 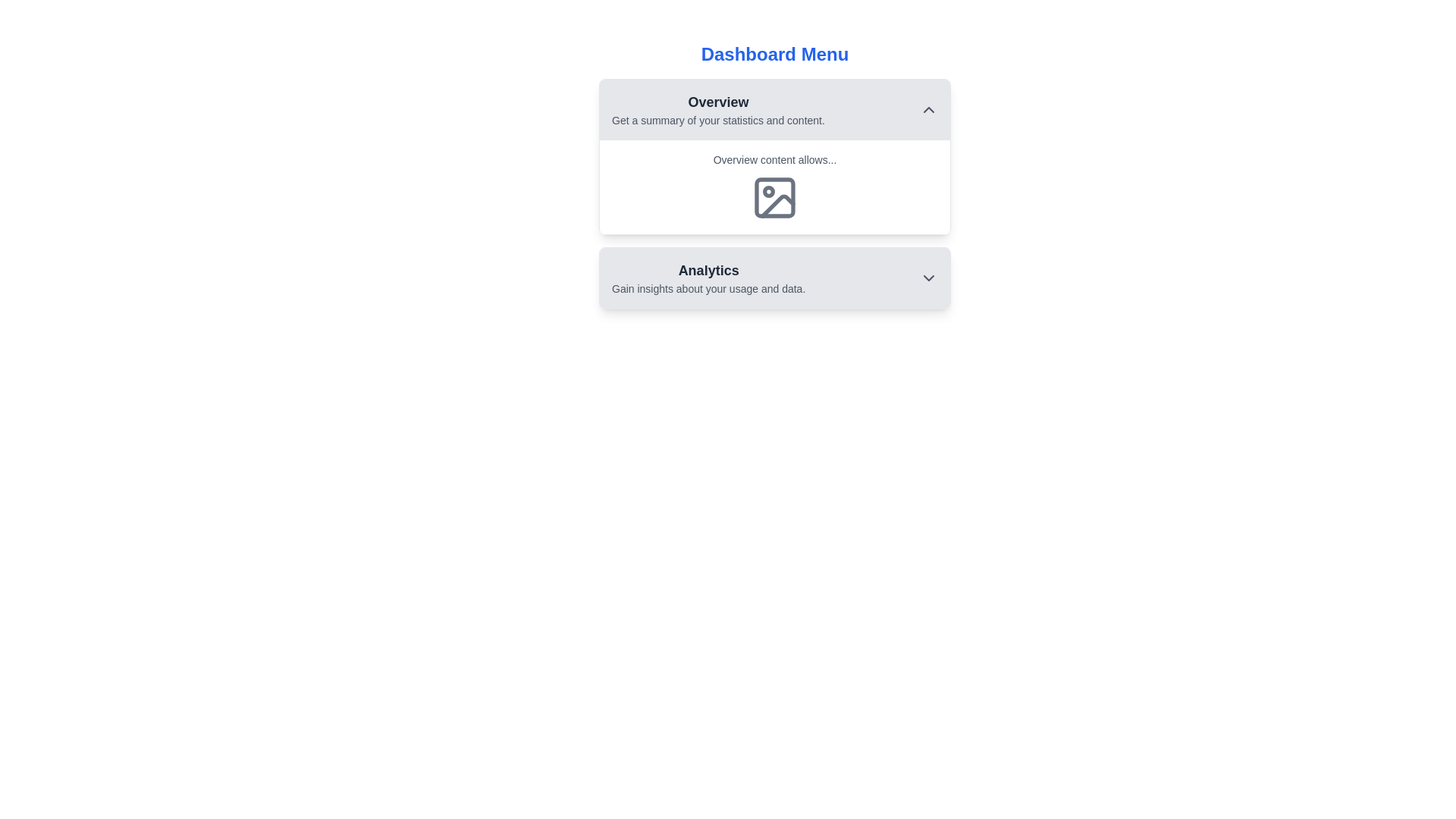 What do you see at coordinates (927, 278) in the screenshot?
I see `the downward-facing chevron icon button located at the far right of the 'Analytics' menu item` at bounding box center [927, 278].